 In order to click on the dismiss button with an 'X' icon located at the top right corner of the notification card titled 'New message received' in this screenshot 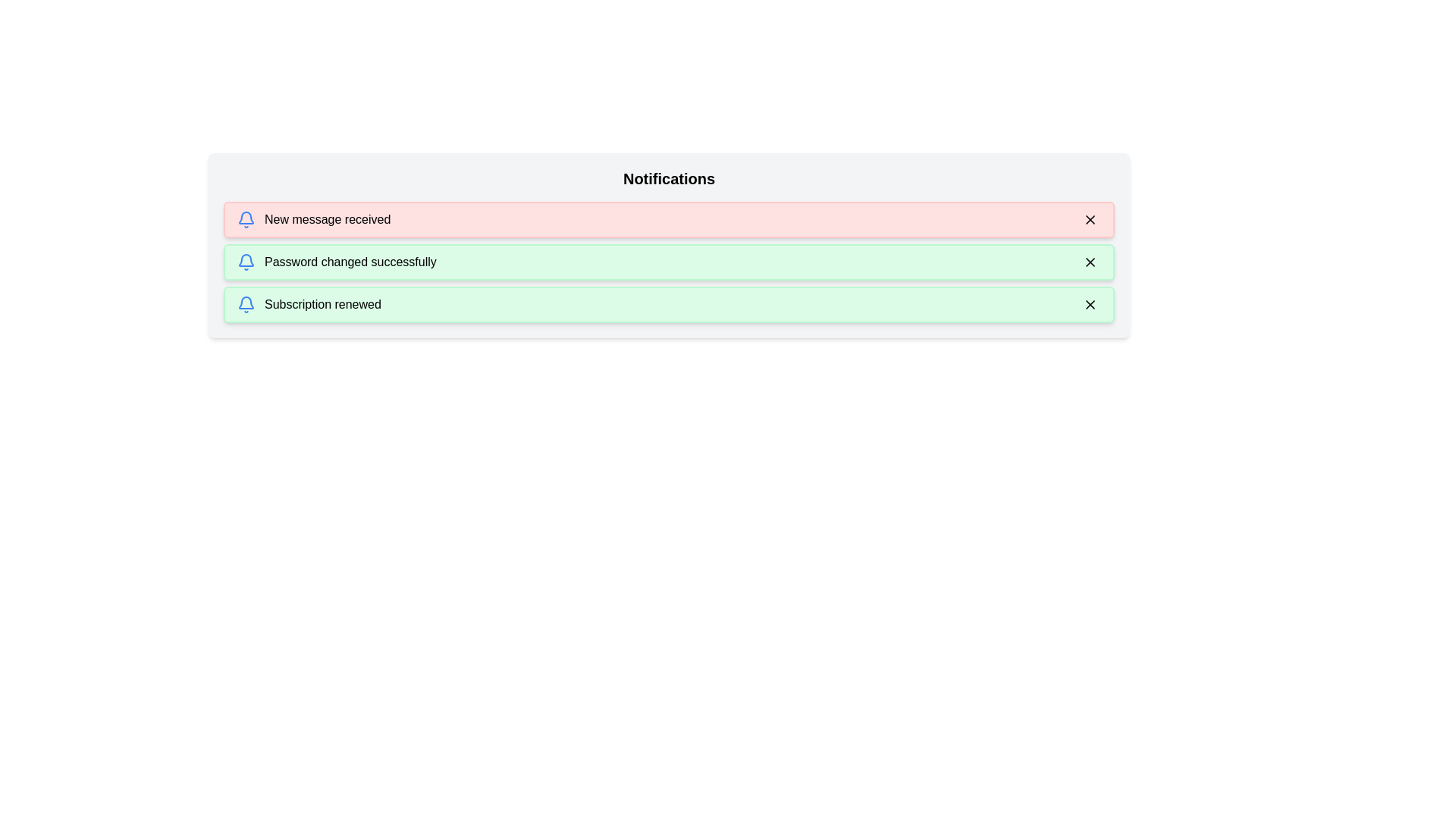, I will do `click(1090, 219)`.